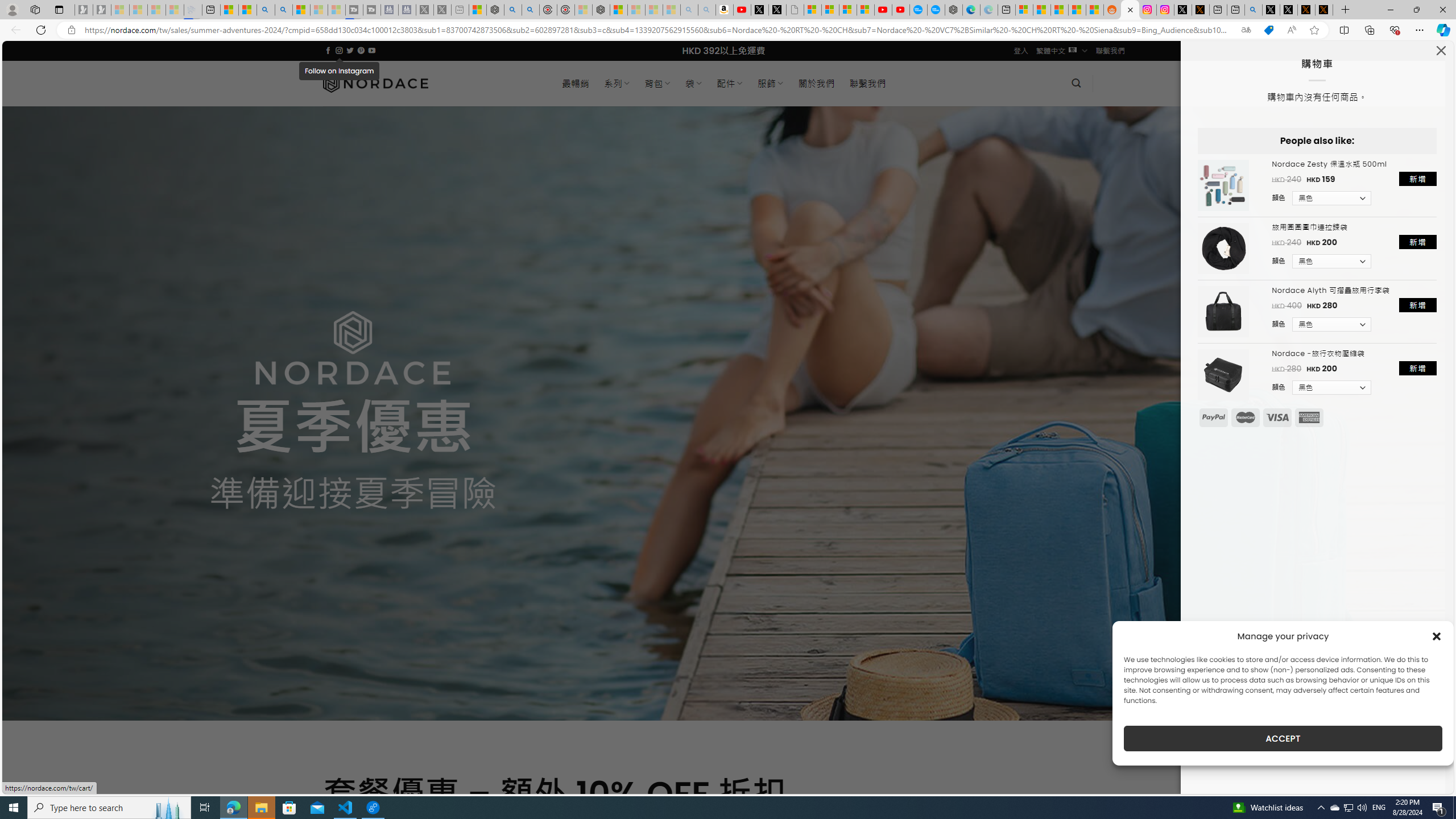  I want to click on 'ACCEPT', so click(1283, 738).